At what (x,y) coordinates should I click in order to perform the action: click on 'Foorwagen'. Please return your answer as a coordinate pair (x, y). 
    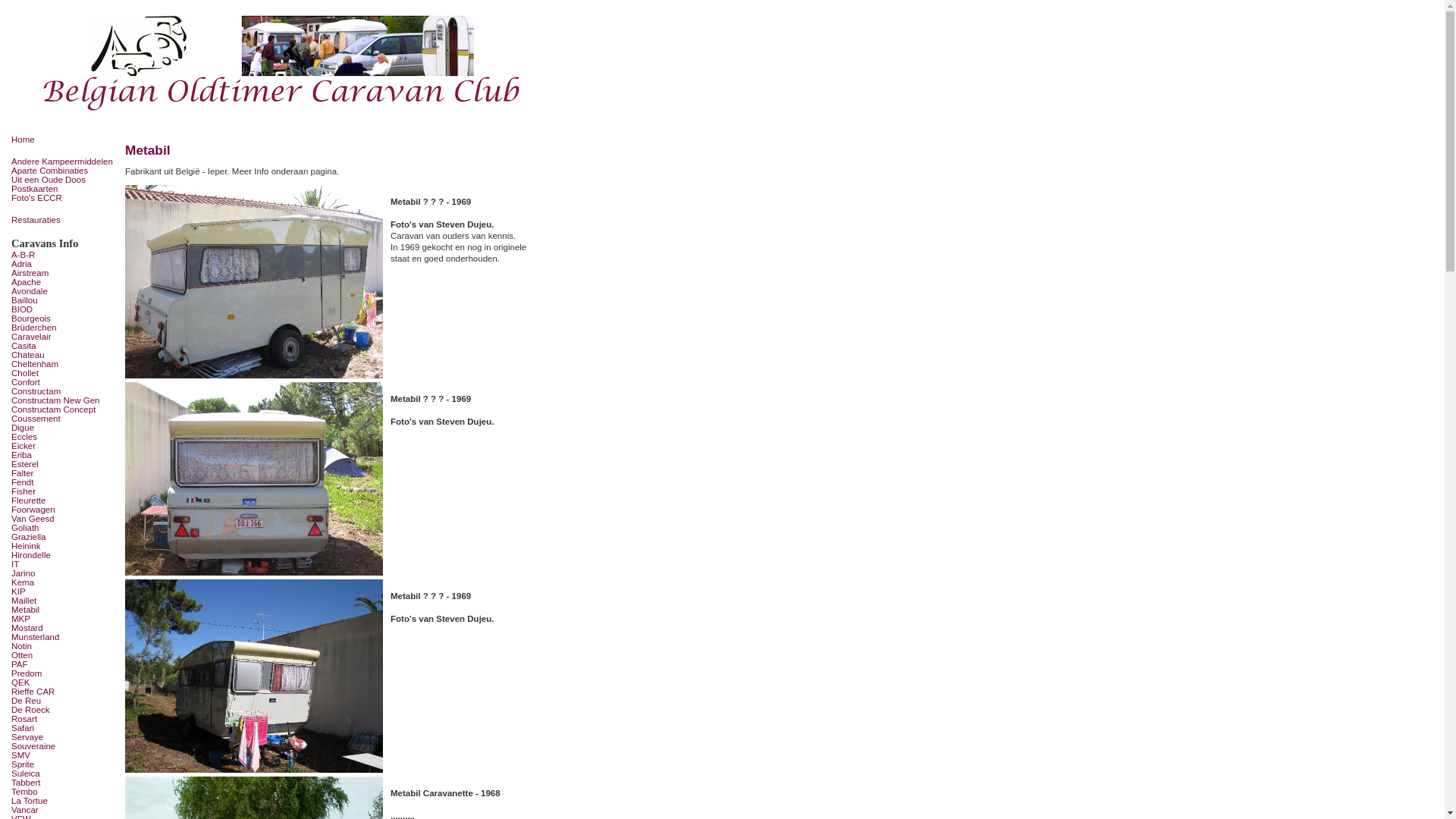
    Looking at the image, I should click on (64, 509).